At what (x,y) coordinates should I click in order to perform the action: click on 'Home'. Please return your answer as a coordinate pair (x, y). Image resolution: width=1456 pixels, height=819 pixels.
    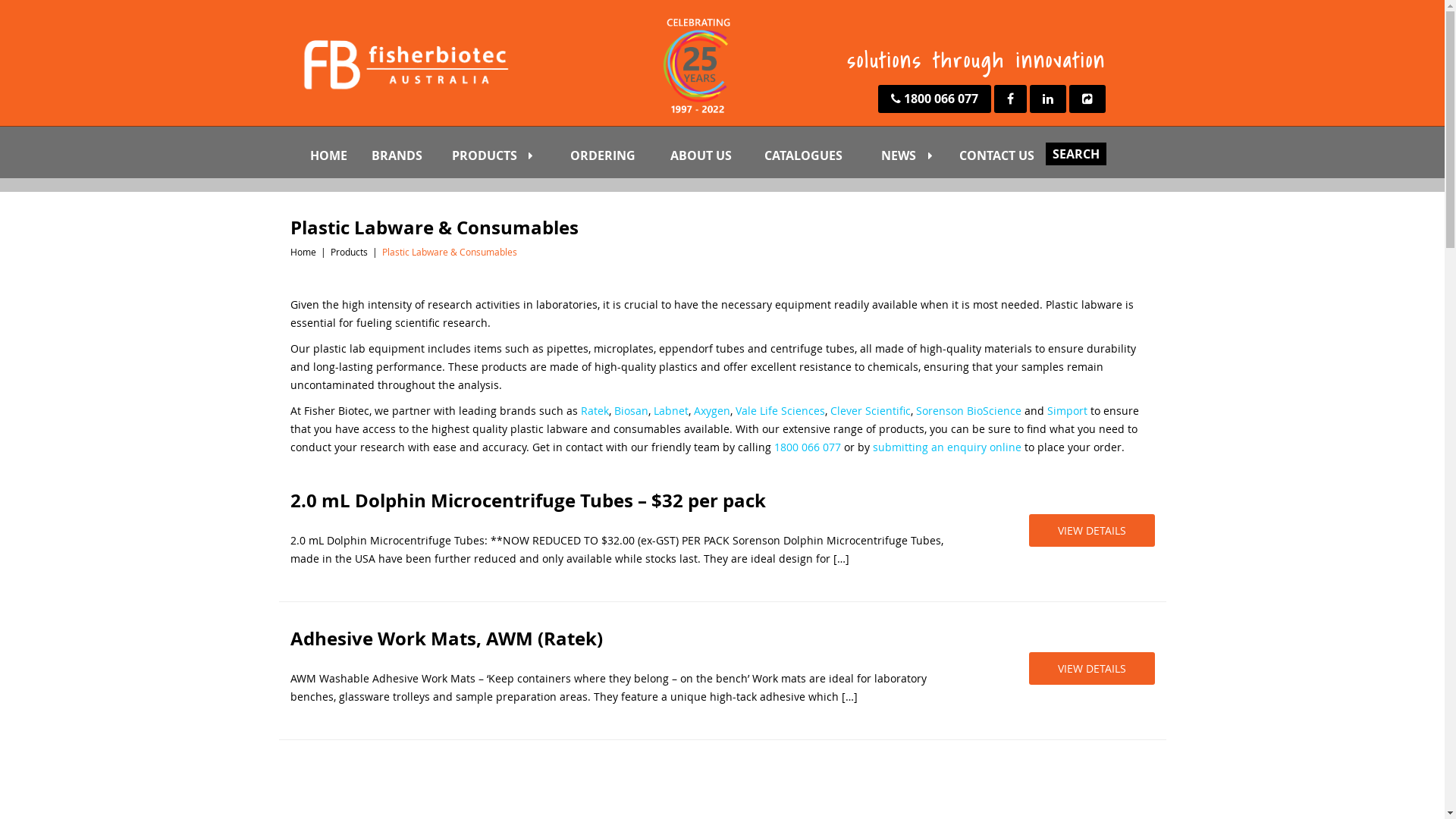
    Looking at the image, I should click on (302, 250).